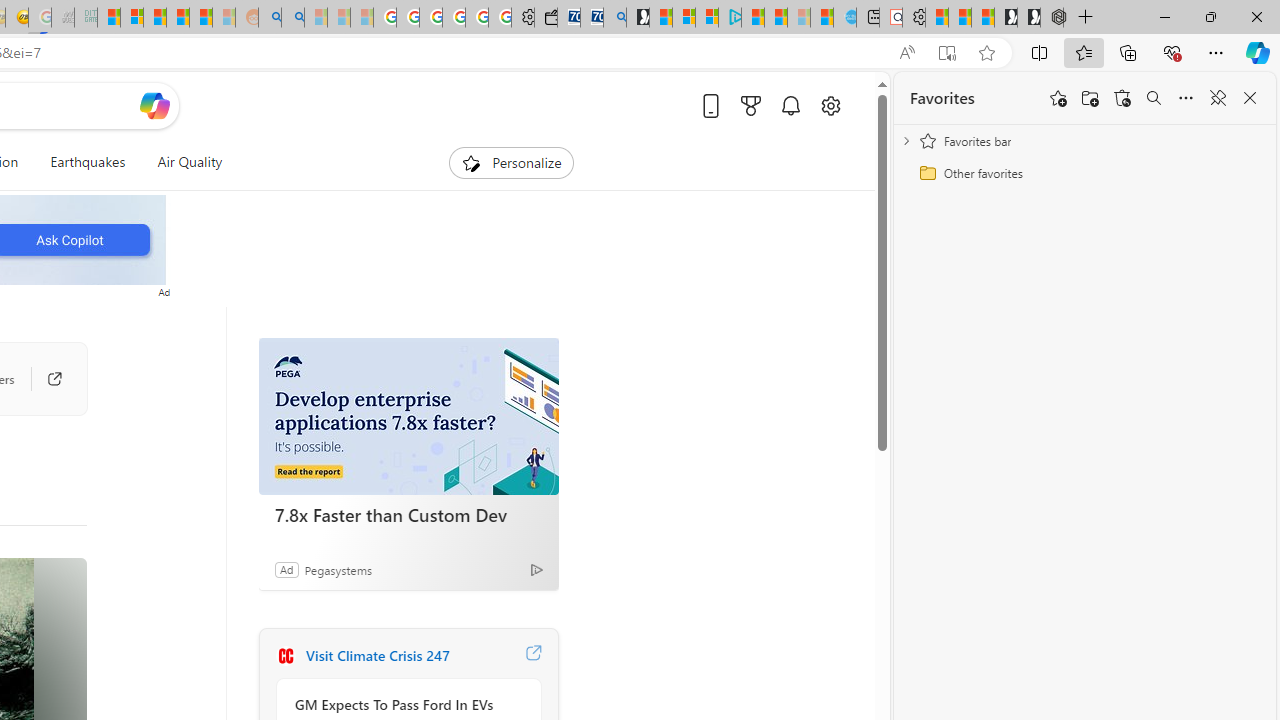 The width and height of the screenshot is (1280, 720). I want to click on '7.8x Faster than Custom Dev', so click(407, 514).